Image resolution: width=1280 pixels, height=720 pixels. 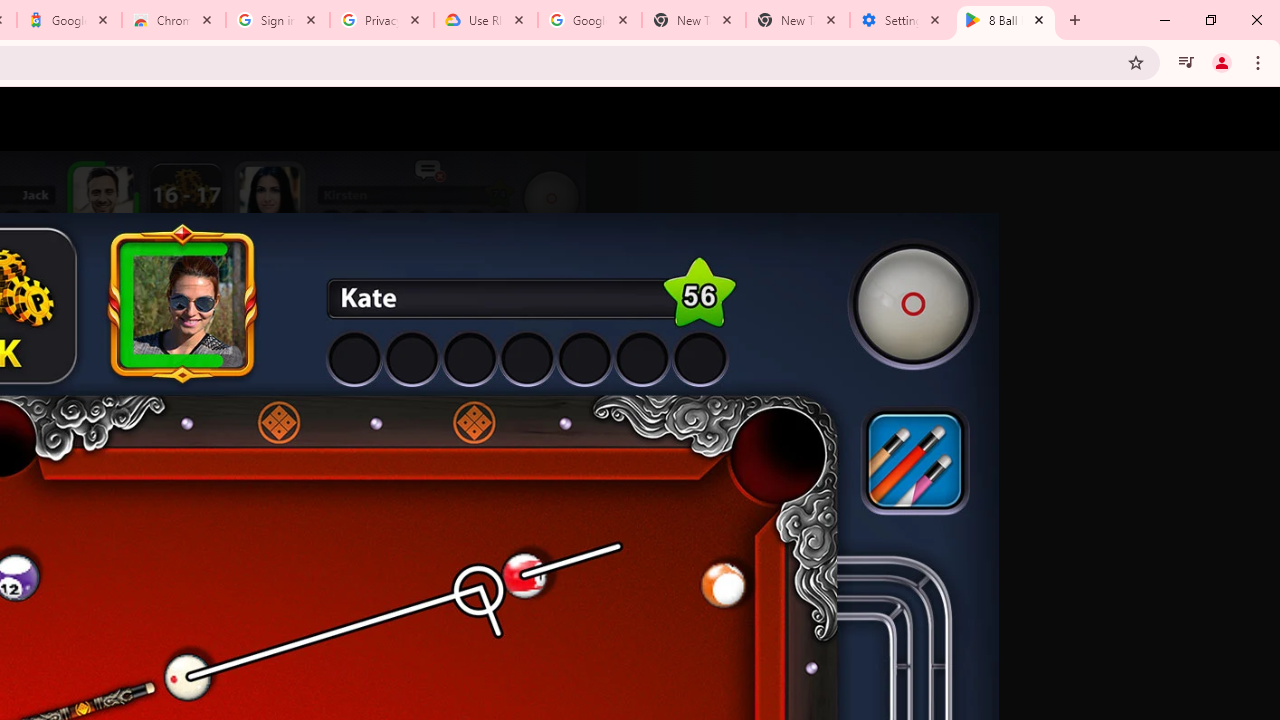 I want to click on 'New Tab', so click(x=797, y=20).